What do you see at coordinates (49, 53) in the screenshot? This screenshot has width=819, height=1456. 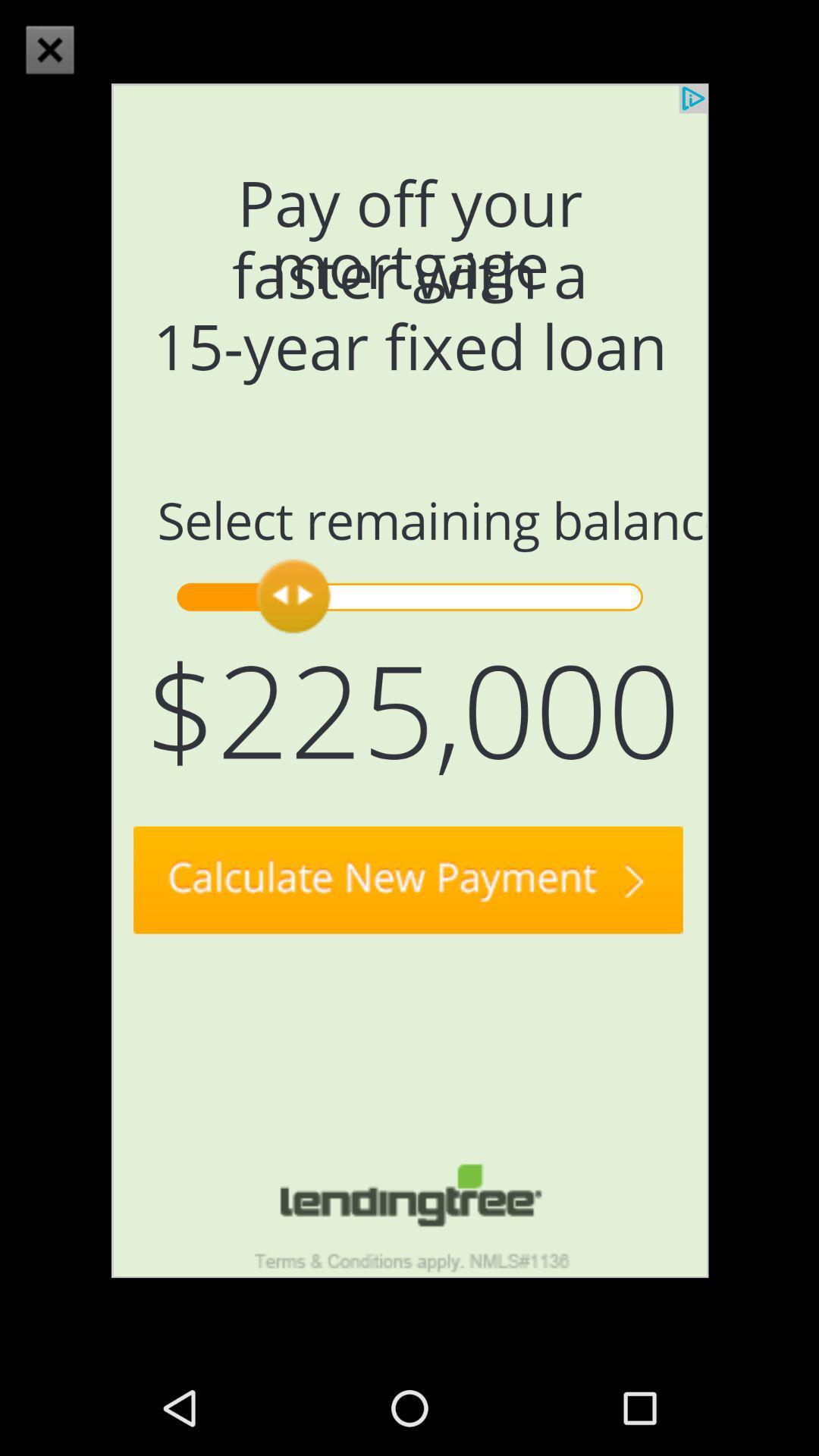 I see `the close icon` at bounding box center [49, 53].